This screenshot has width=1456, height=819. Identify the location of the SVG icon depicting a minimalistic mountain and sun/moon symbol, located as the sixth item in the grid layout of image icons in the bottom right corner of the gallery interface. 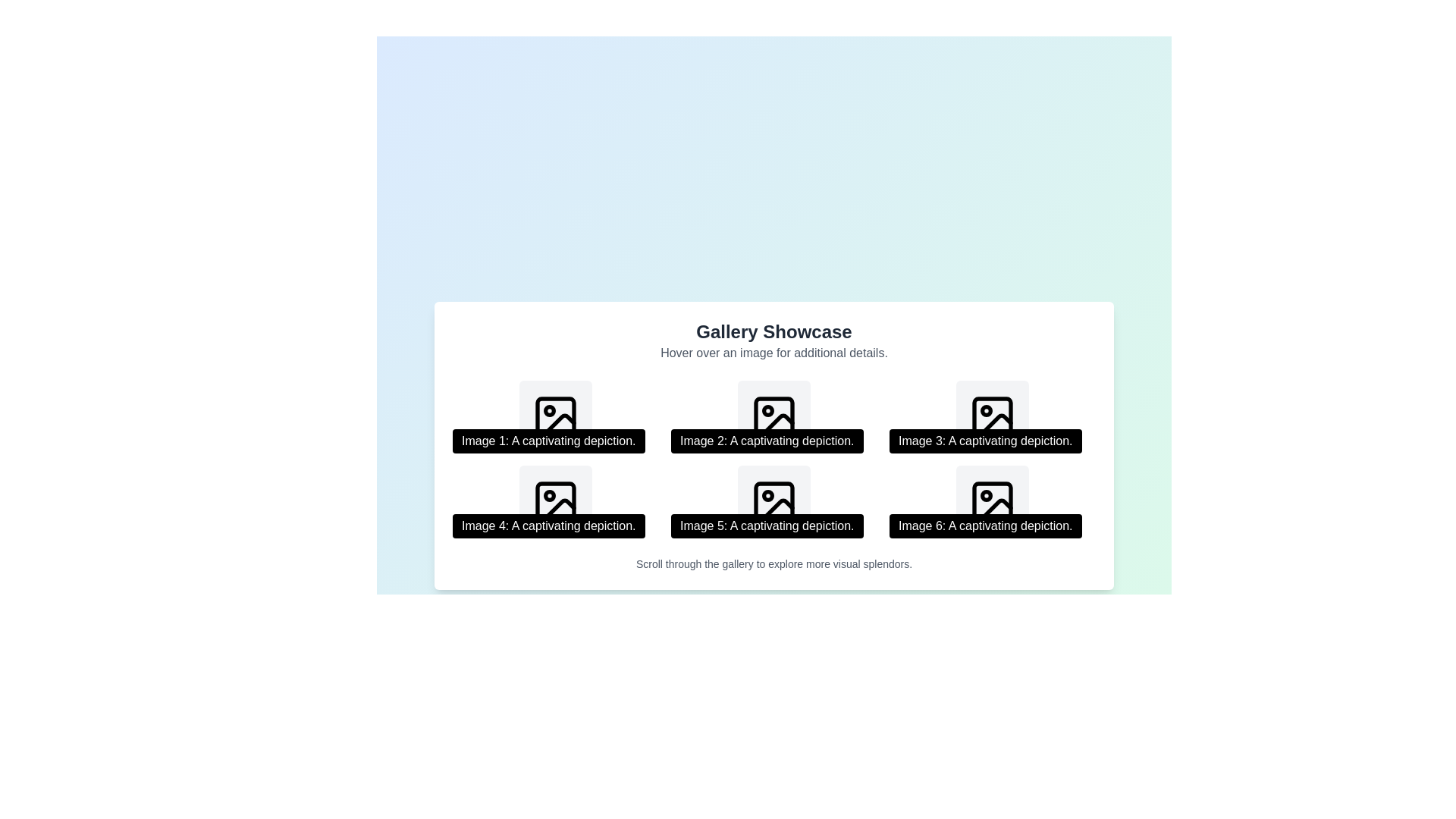
(993, 502).